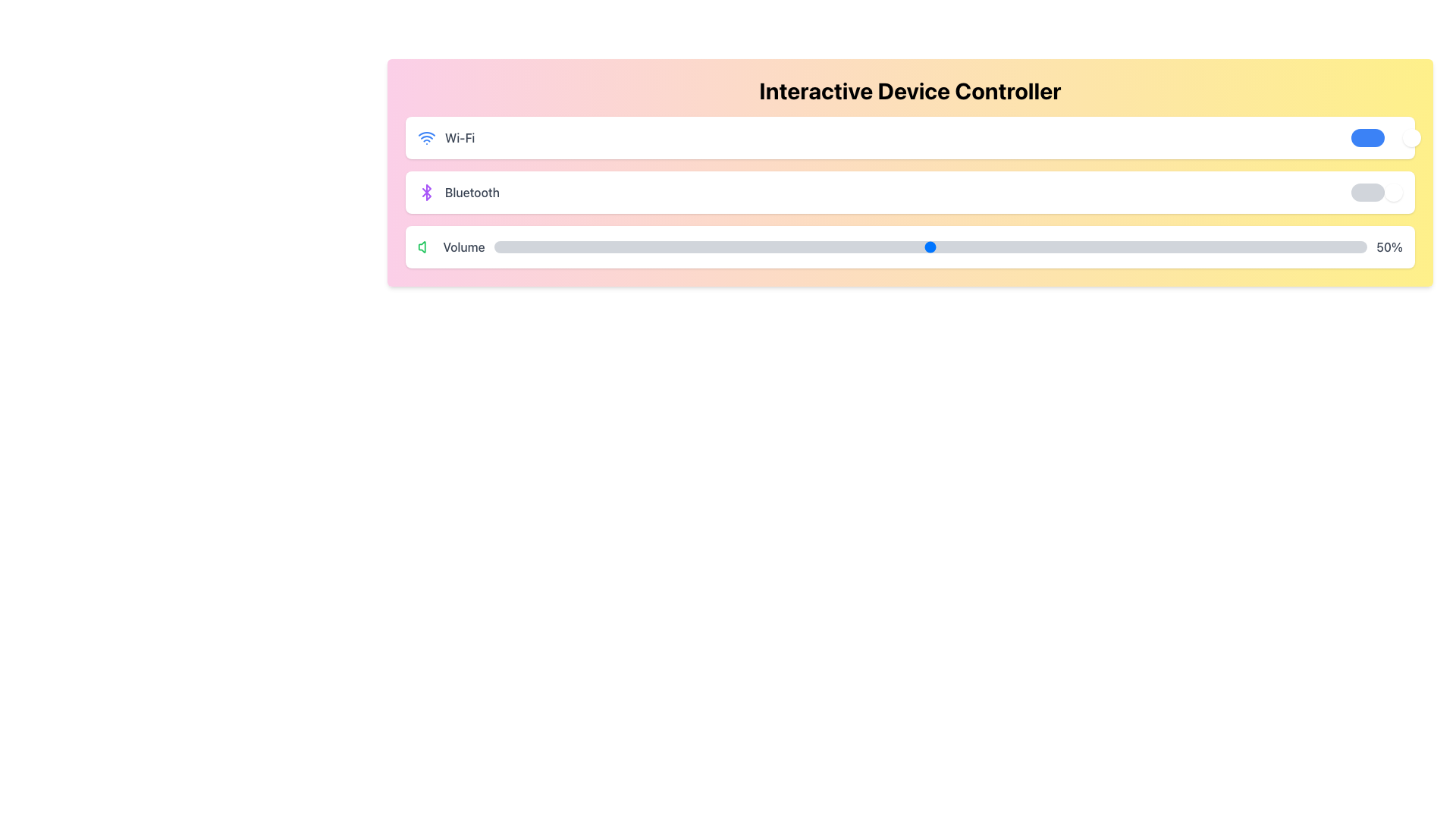  What do you see at coordinates (1026, 240) in the screenshot?
I see `the slider value` at bounding box center [1026, 240].